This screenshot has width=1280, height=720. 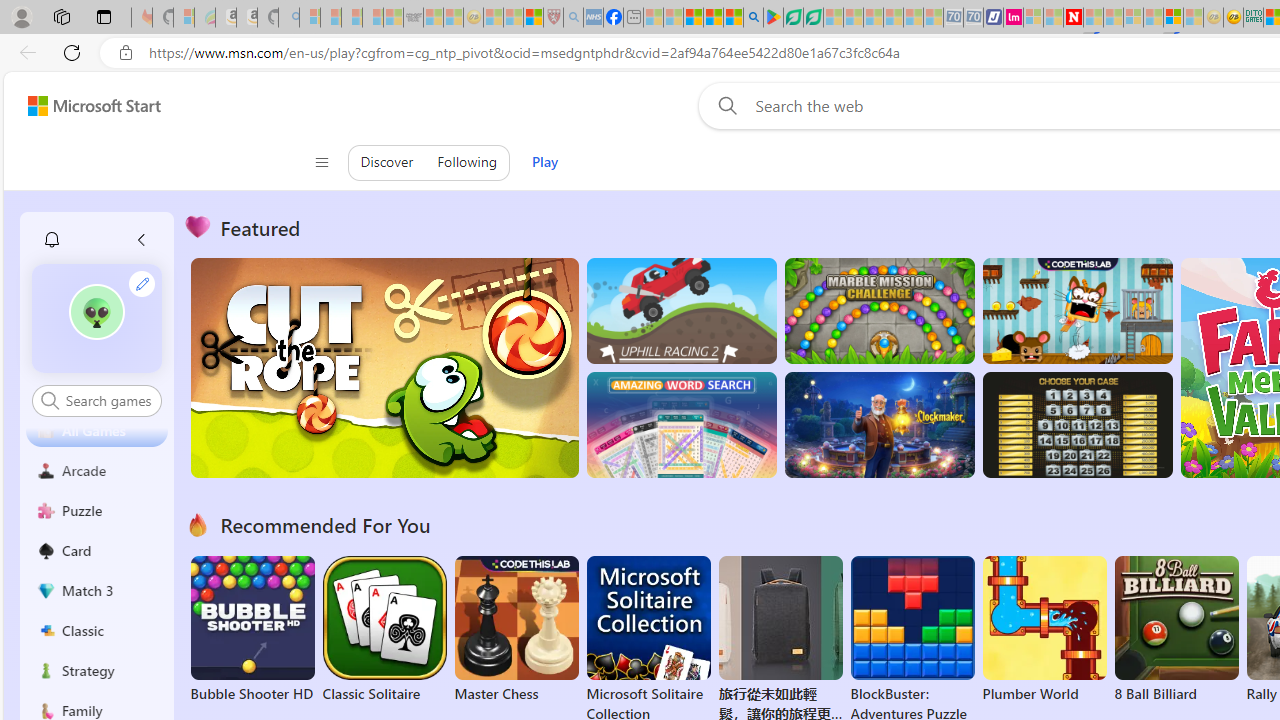 What do you see at coordinates (1076, 424) in the screenshot?
I see `'Deal or No Deal'` at bounding box center [1076, 424].